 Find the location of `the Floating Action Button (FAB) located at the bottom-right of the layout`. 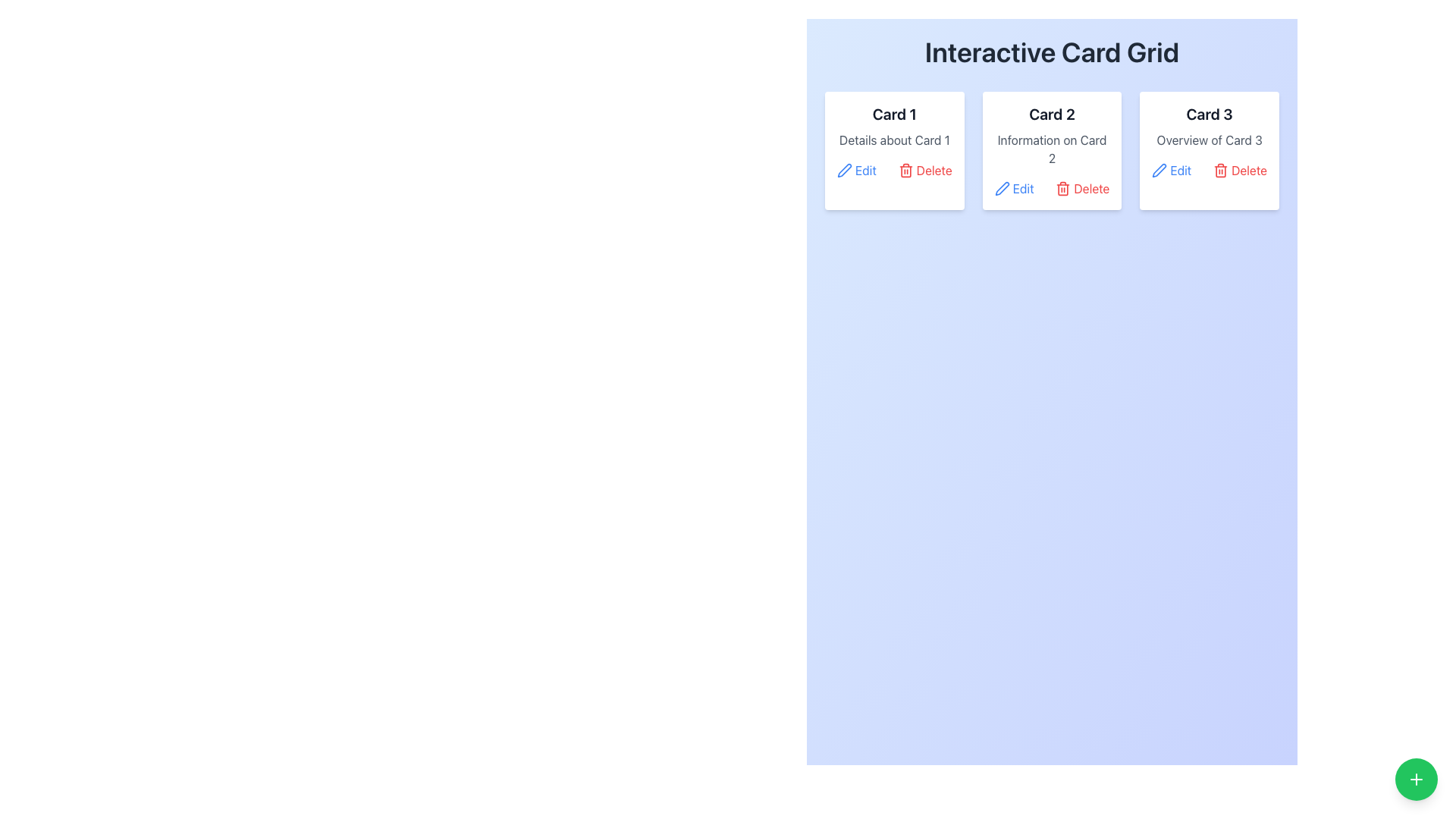

the Floating Action Button (FAB) located at the bottom-right of the layout is located at coordinates (1415, 780).